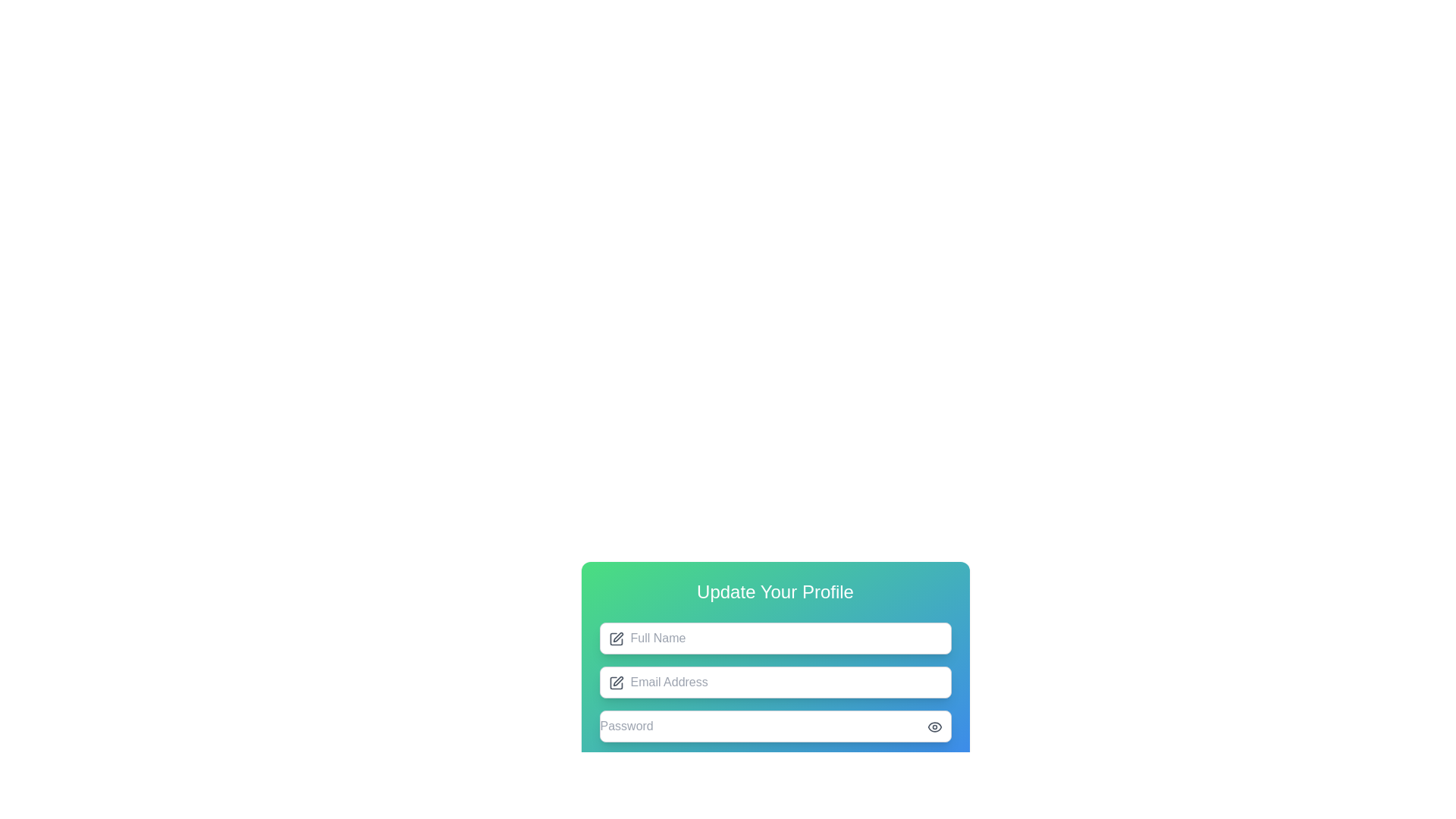 This screenshot has height=819, width=1456. Describe the element at coordinates (616, 683) in the screenshot. I see `the editing icon resembling a pen located in the upper-left corner of the 'Email Address' input field` at that location.